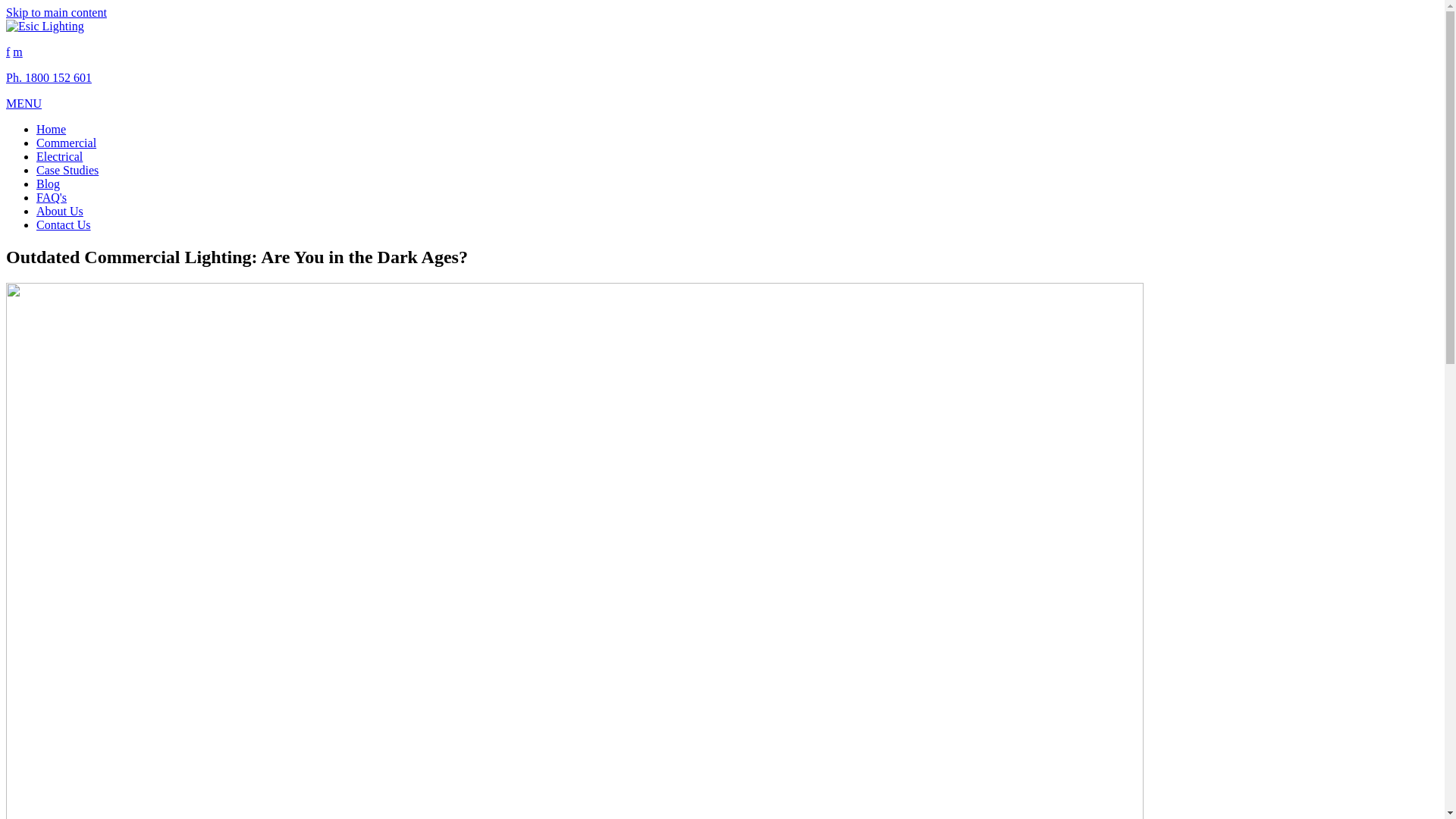 The height and width of the screenshot is (819, 1456). I want to click on 'MENU', so click(24, 102).